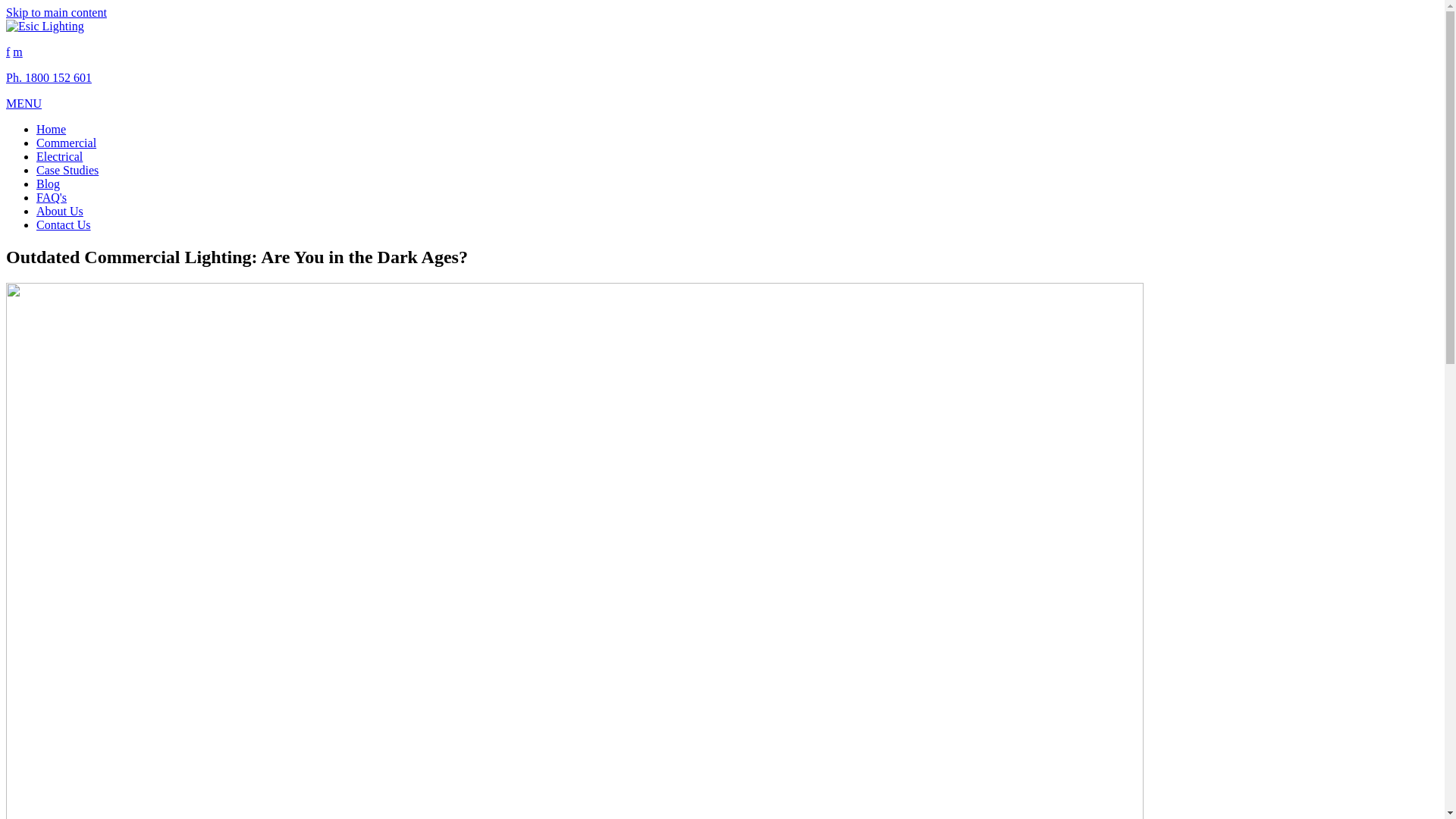 The height and width of the screenshot is (819, 1456). I want to click on 'MENU', so click(24, 102).